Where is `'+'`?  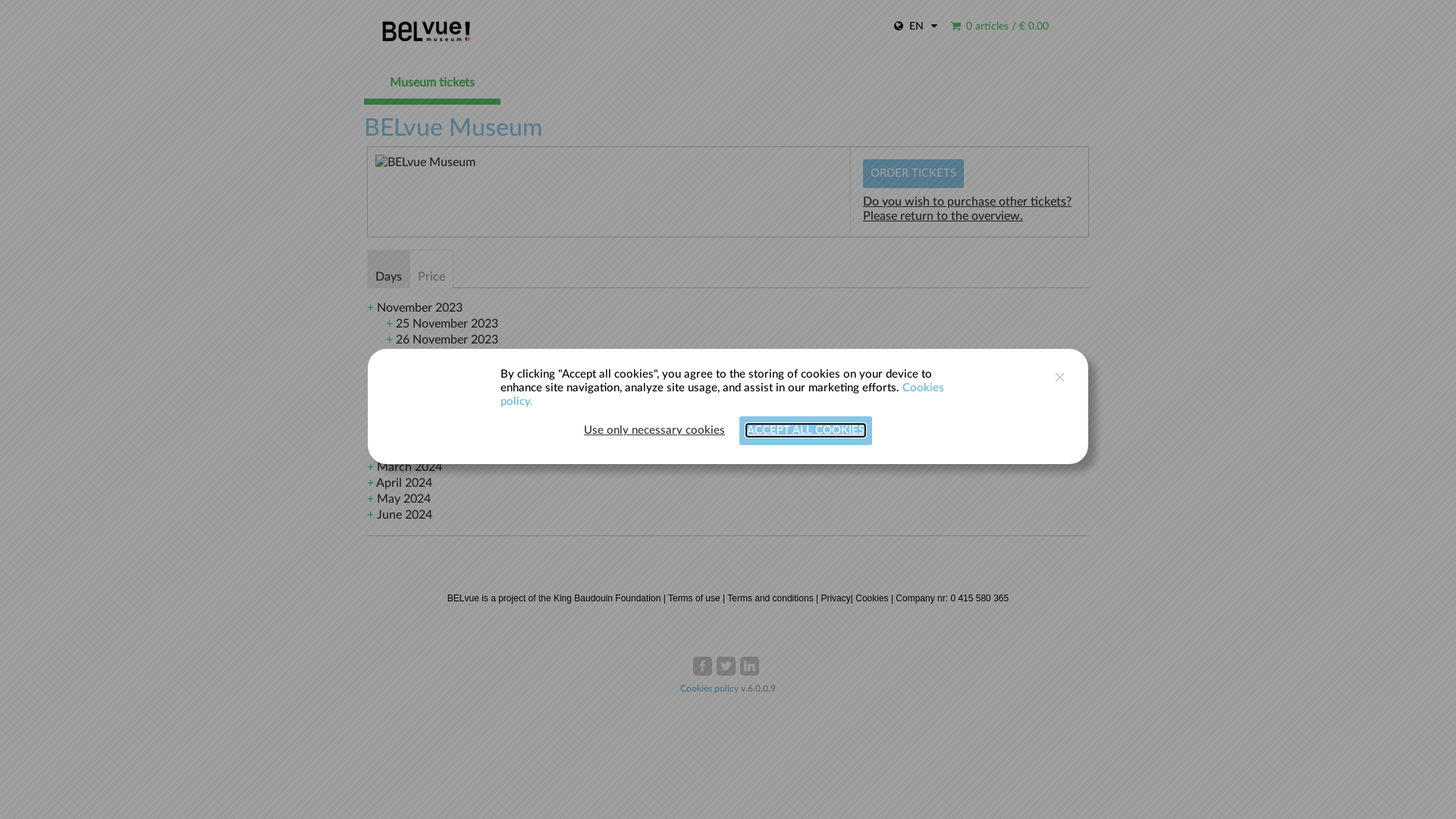 '+' is located at coordinates (389, 356).